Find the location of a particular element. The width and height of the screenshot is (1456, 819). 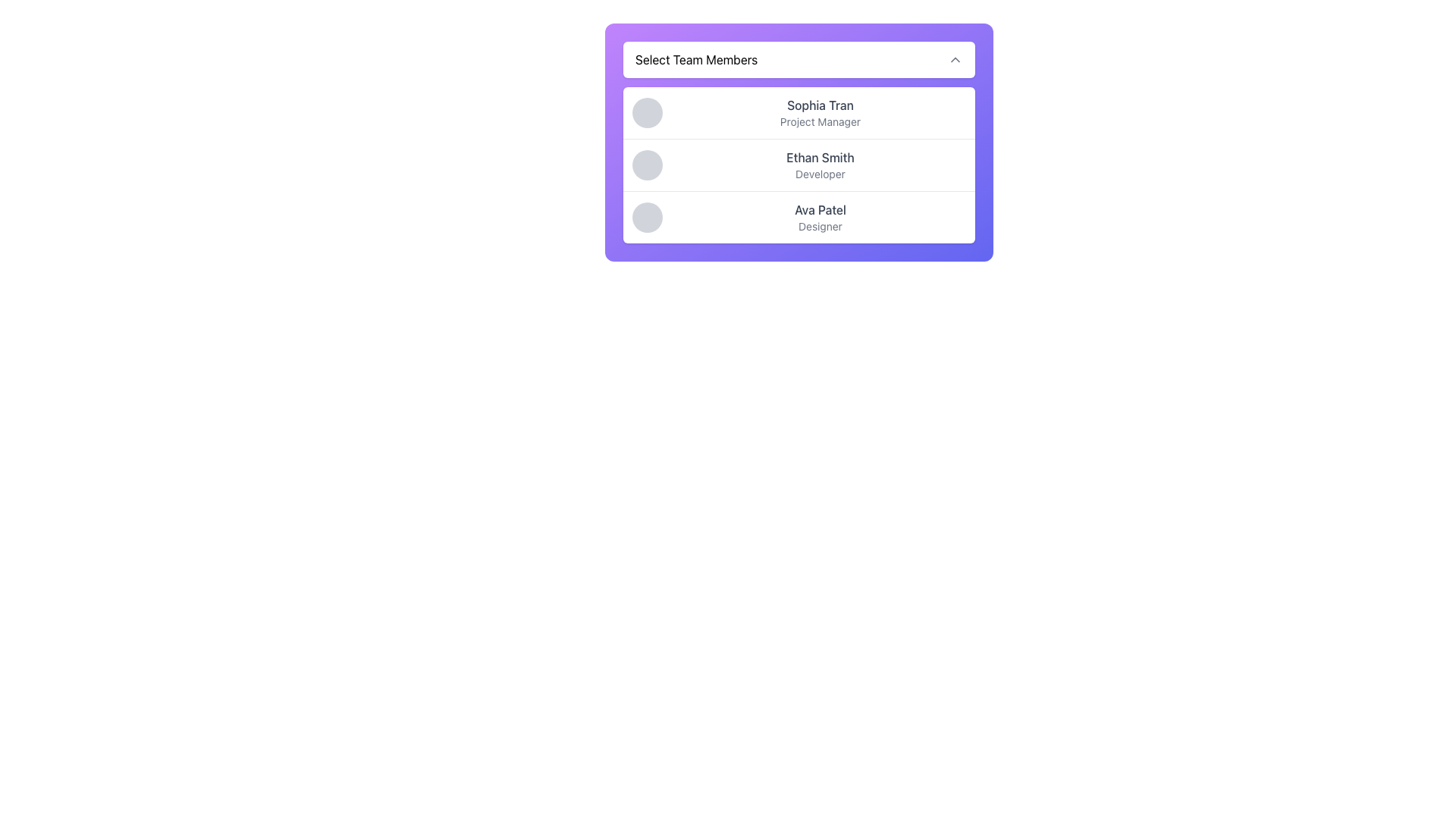

the text label indicating the role of the user 'Ava Patel', located at the bottom center of the third user card in the vertical list is located at coordinates (819, 227).